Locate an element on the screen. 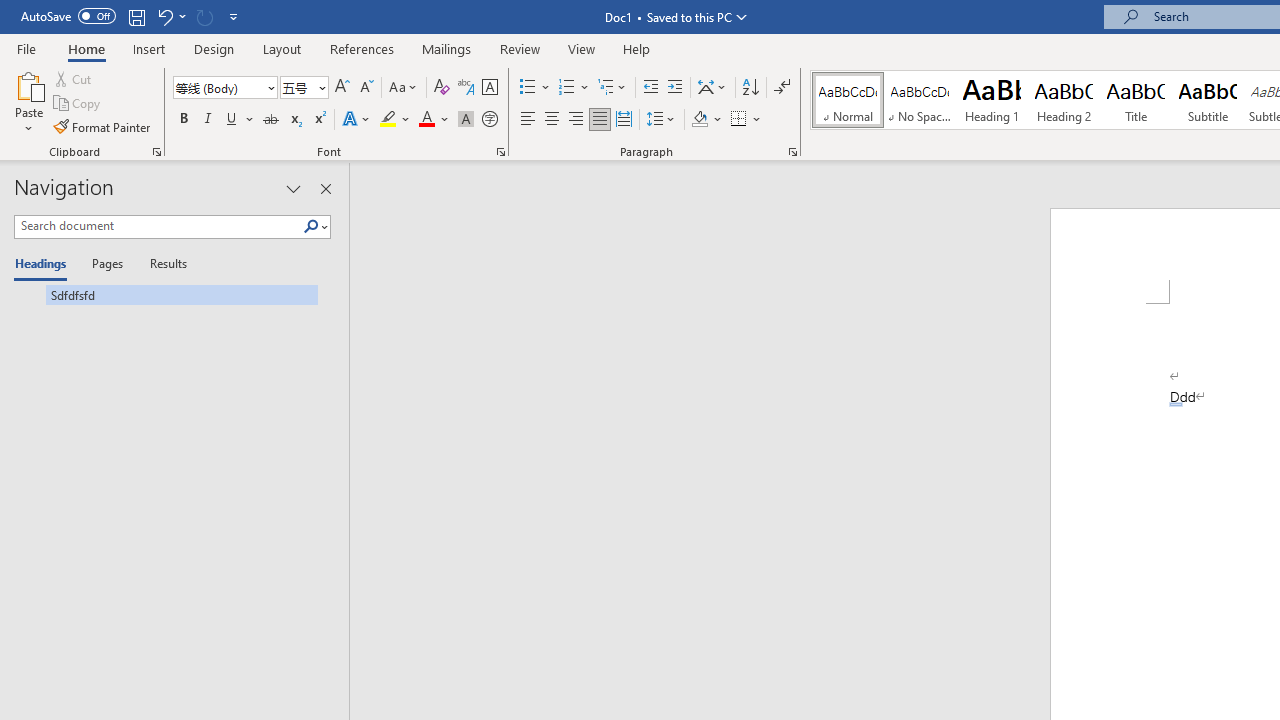 Image resolution: width=1280 pixels, height=720 pixels. 'Cut' is located at coordinates (74, 78).